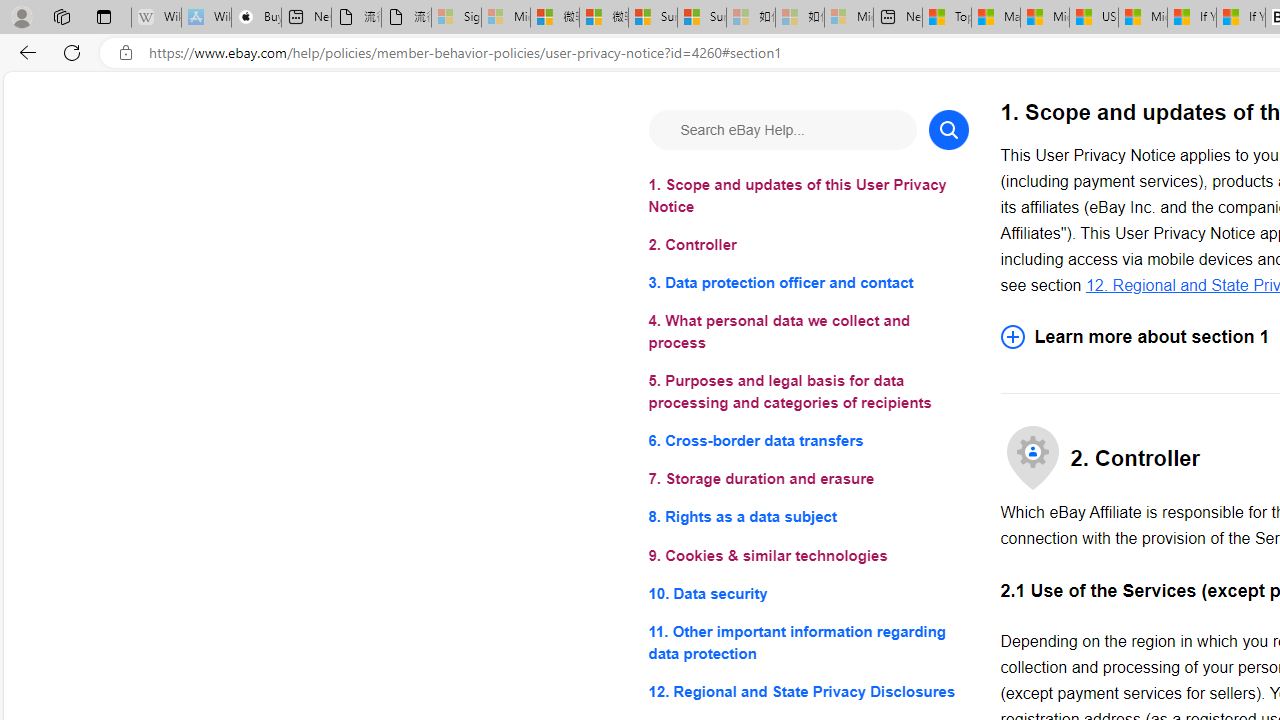 This screenshot has width=1280, height=720. I want to click on '10. Data security', so click(808, 592).